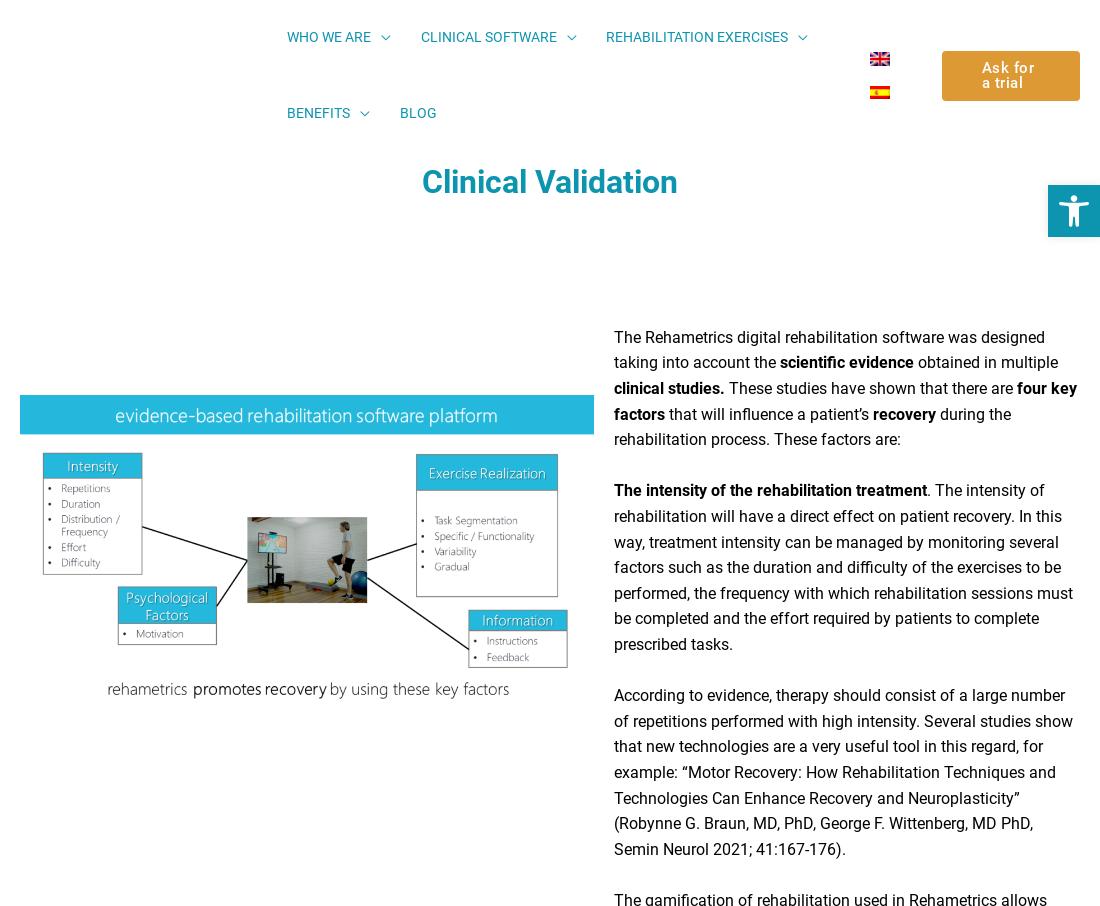 This screenshot has height=906, width=1100. What do you see at coordinates (768, 421) in the screenshot?
I see `'that will influence a patient’s'` at bounding box center [768, 421].